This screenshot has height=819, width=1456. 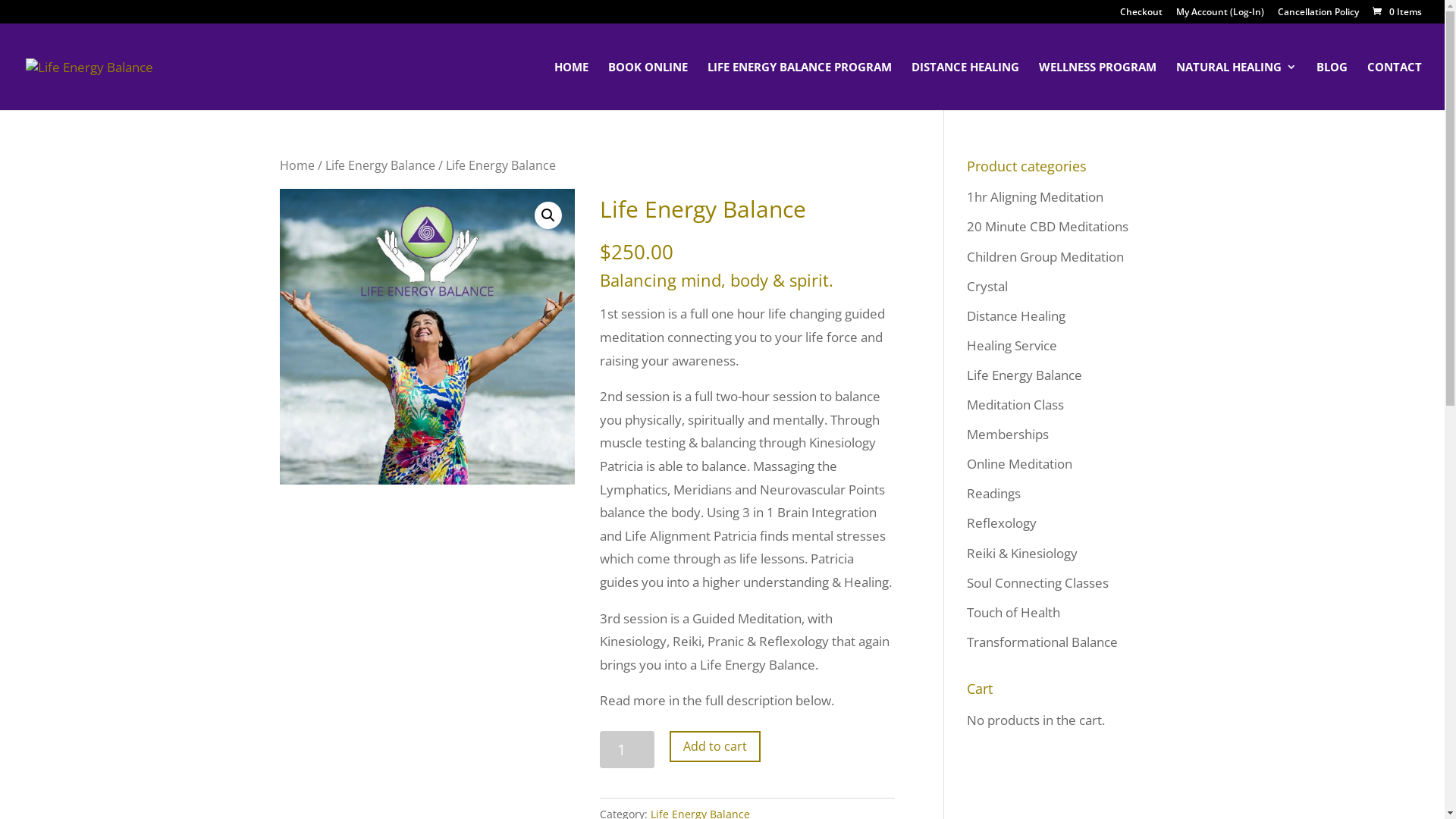 What do you see at coordinates (1033, 196) in the screenshot?
I see `'1hr Aligning Meditation'` at bounding box center [1033, 196].